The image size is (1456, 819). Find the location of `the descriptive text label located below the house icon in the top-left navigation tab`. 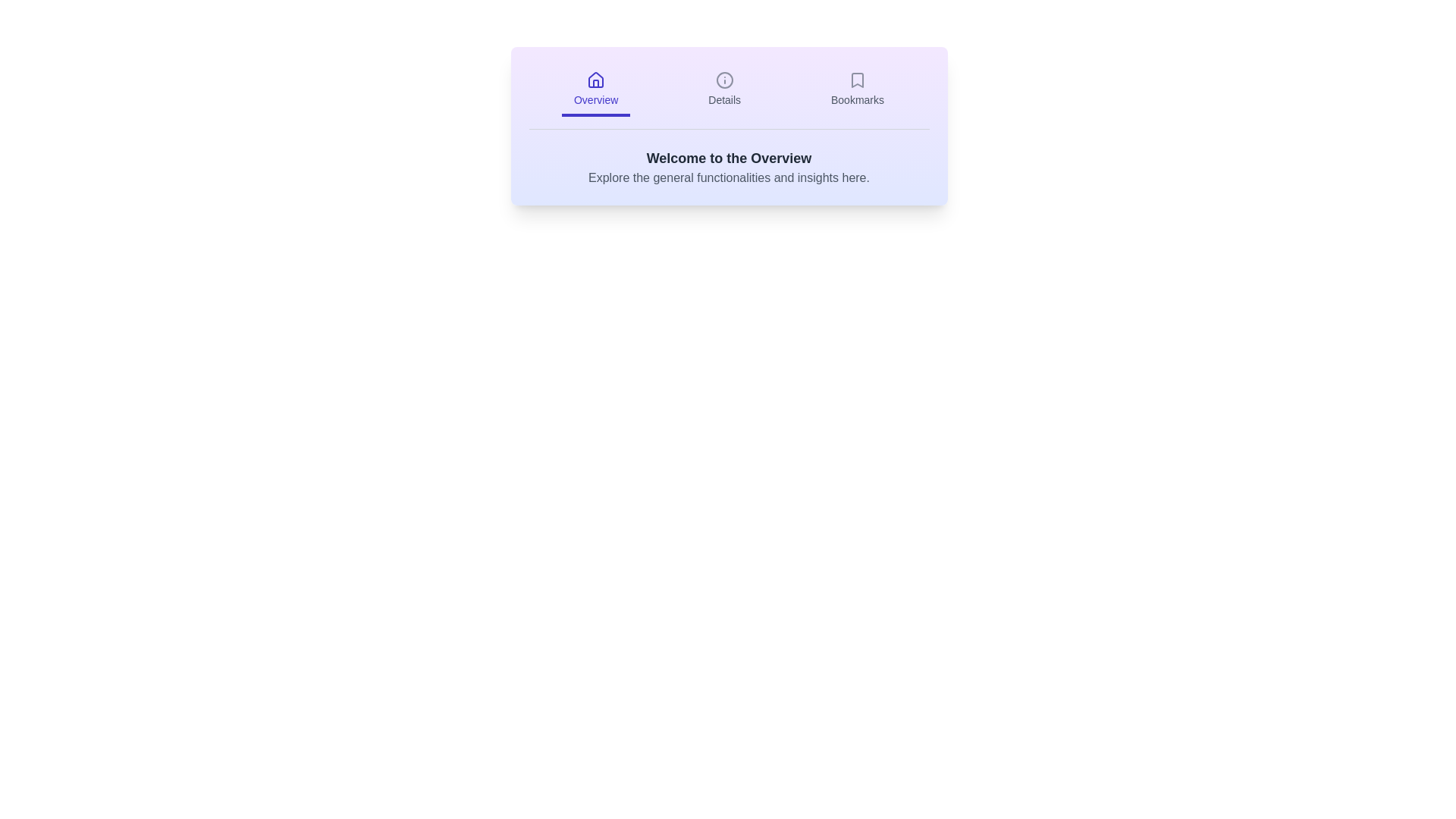

the descriptive text label located below the house icon in the top-left navigation tab is located at coordinates (595, 99).